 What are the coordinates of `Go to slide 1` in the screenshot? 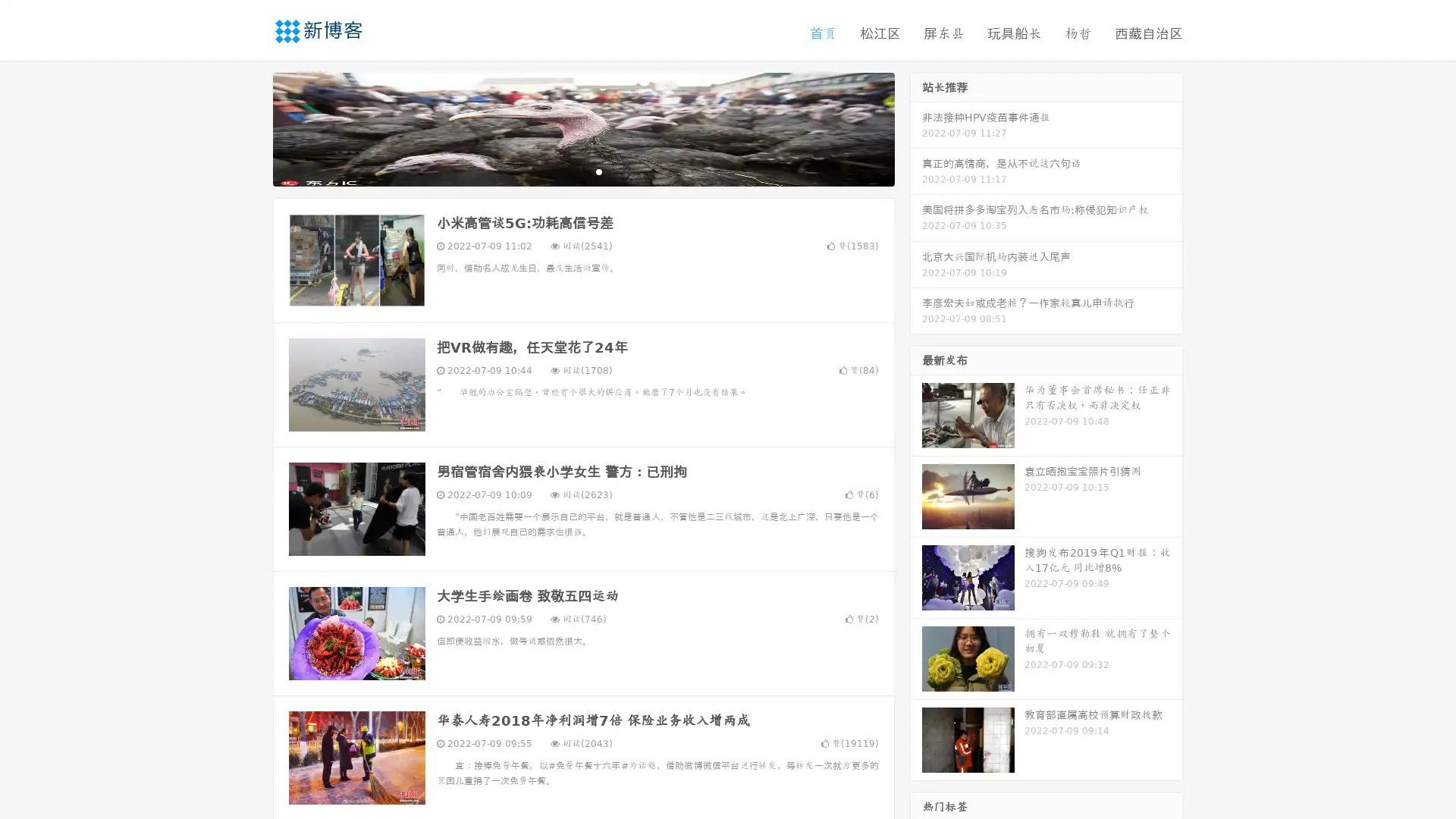 It's located at (567, 171).